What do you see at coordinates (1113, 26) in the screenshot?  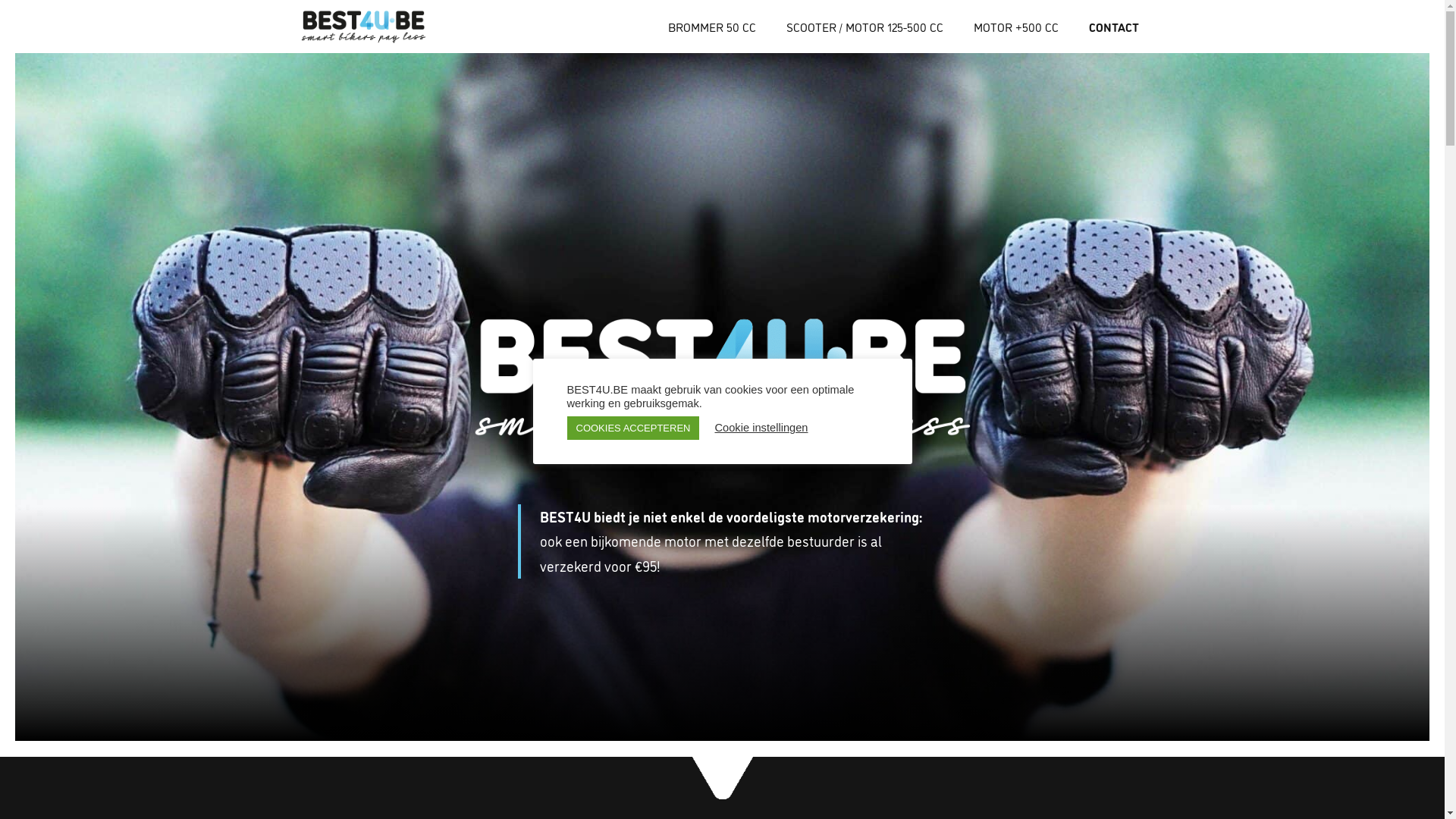 I see `'CONTACT'` at bounding box center [1113, 26].